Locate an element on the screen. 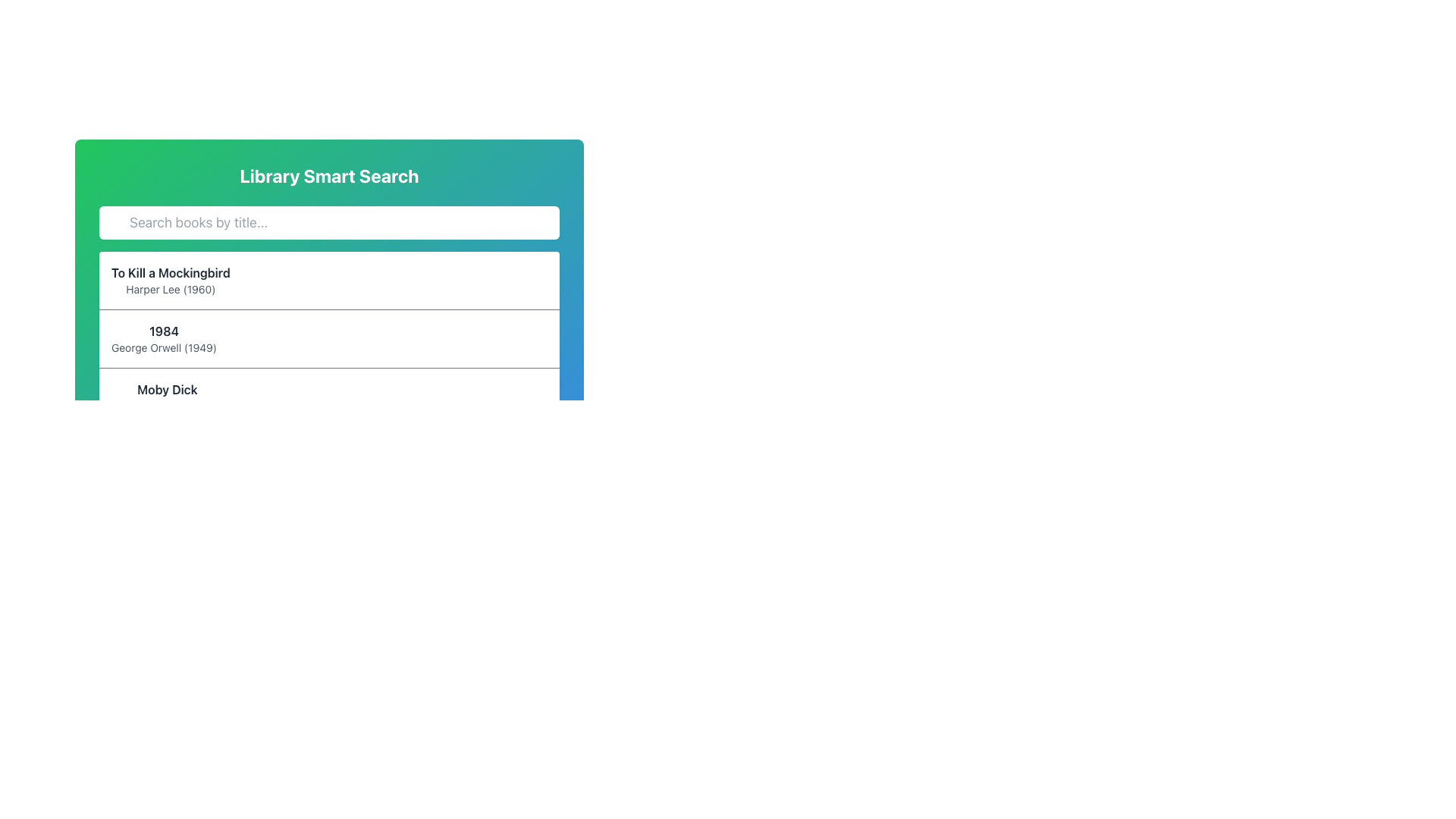 The width and height of the screenshot is (1456, 819). to select the second list item displaying '1984' by George Orwell, which is visually emphasized with a bold font for the title and a lighter font for the additional information is located at coordinates (328, 337).